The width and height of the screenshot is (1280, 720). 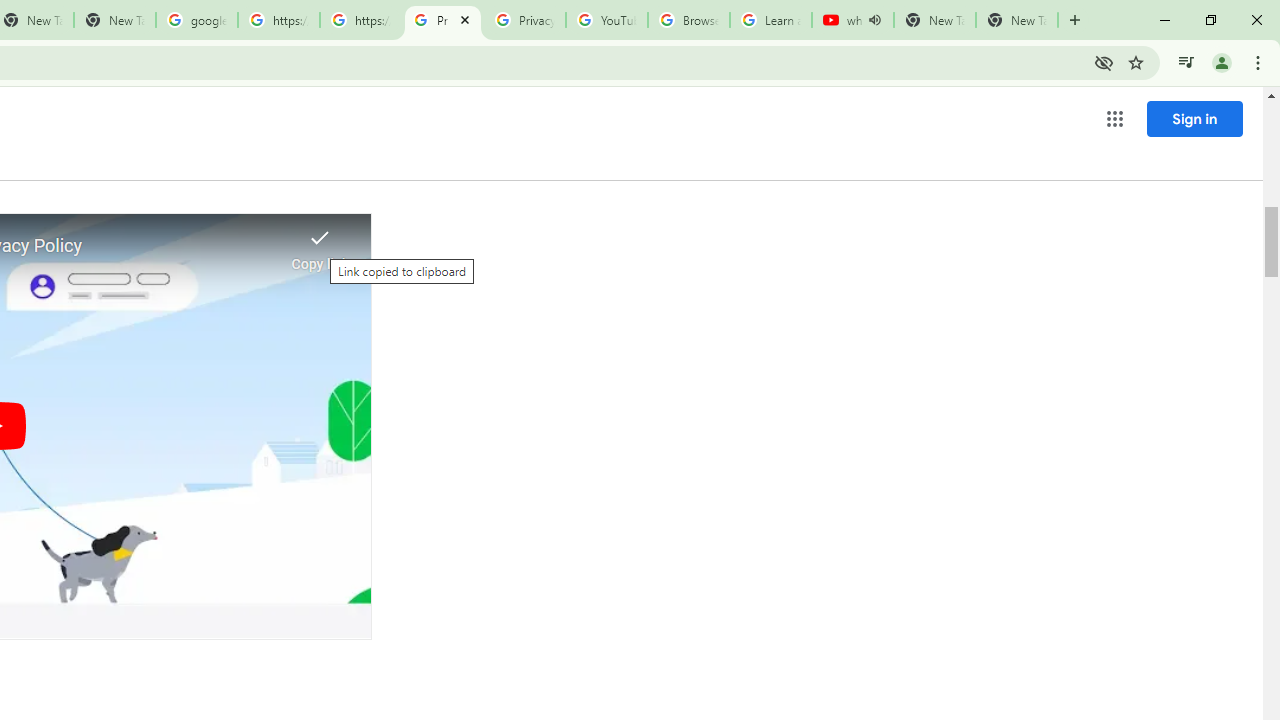 I want to click on 'Link copied to clipboard', so click(x=320, y=243).